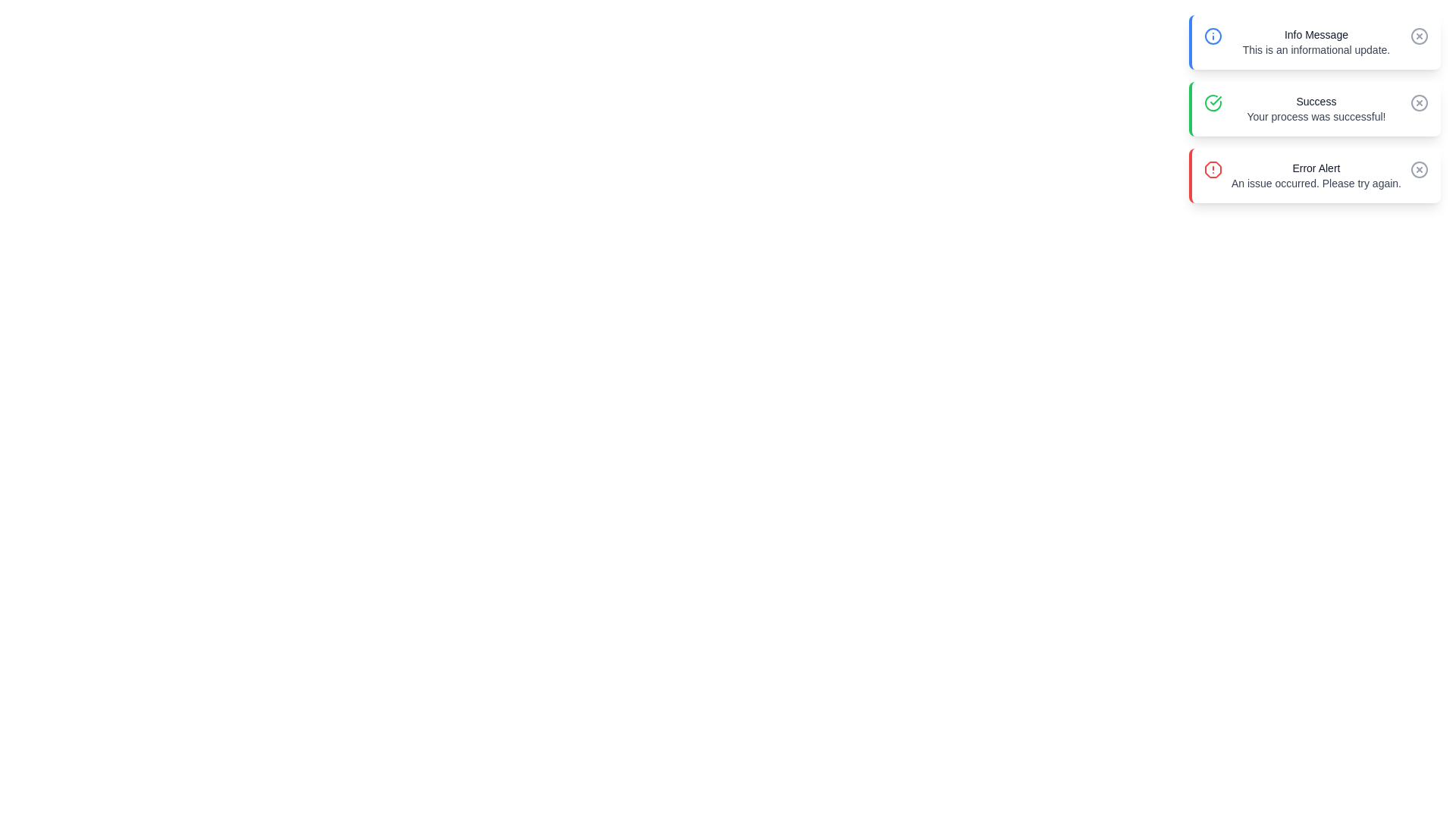 This screenshot has height=819, width=1456. What do you see at coordinates (1315, 174) in the screenshot?
I see `the text display element that informs the user about an error, located in the bottom-right corner of the message boxes` at bounding box center [1315, 174].